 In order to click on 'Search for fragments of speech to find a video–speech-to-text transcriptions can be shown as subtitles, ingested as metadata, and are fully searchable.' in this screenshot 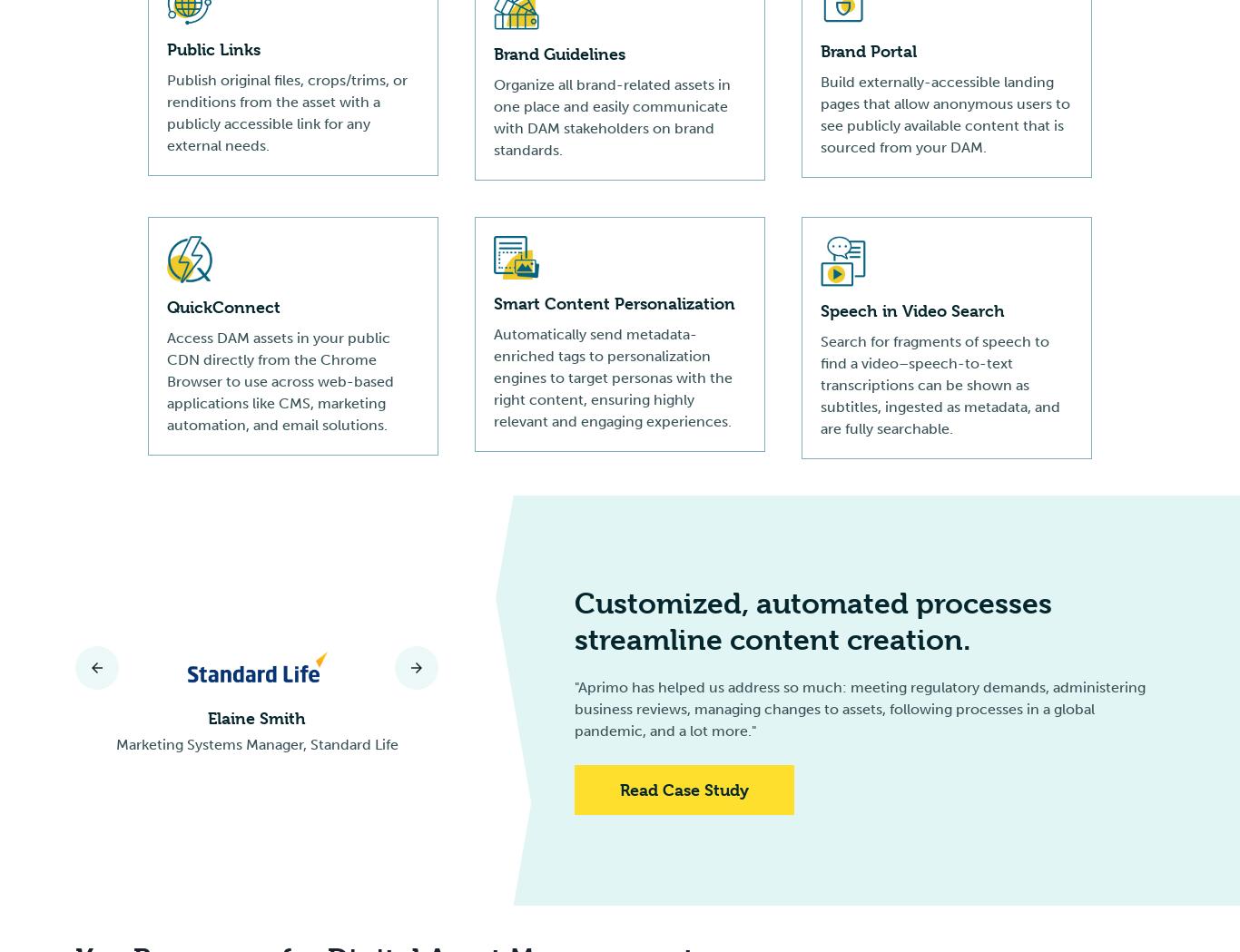, I will do `click(939, 384)`.